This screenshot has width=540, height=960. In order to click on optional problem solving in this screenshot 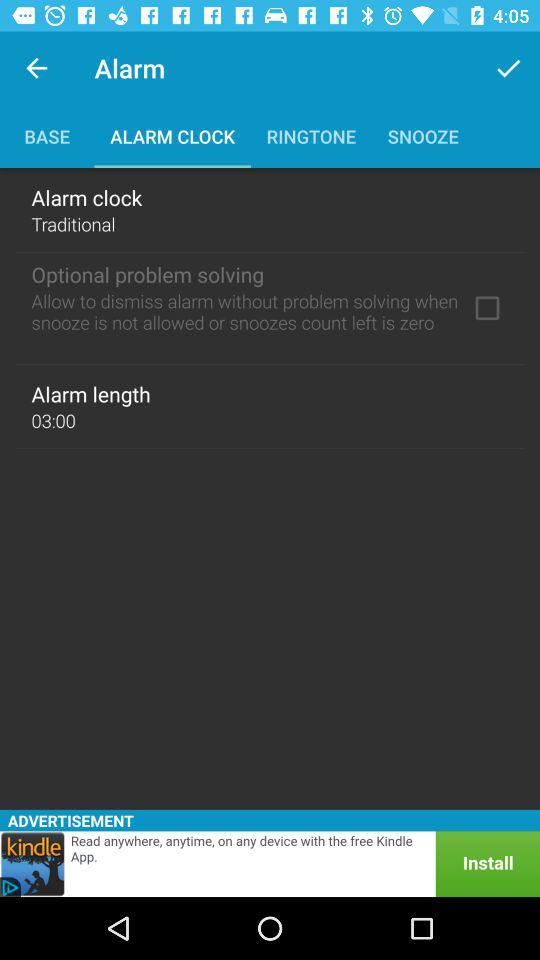, I will do `click(486, 308)`.